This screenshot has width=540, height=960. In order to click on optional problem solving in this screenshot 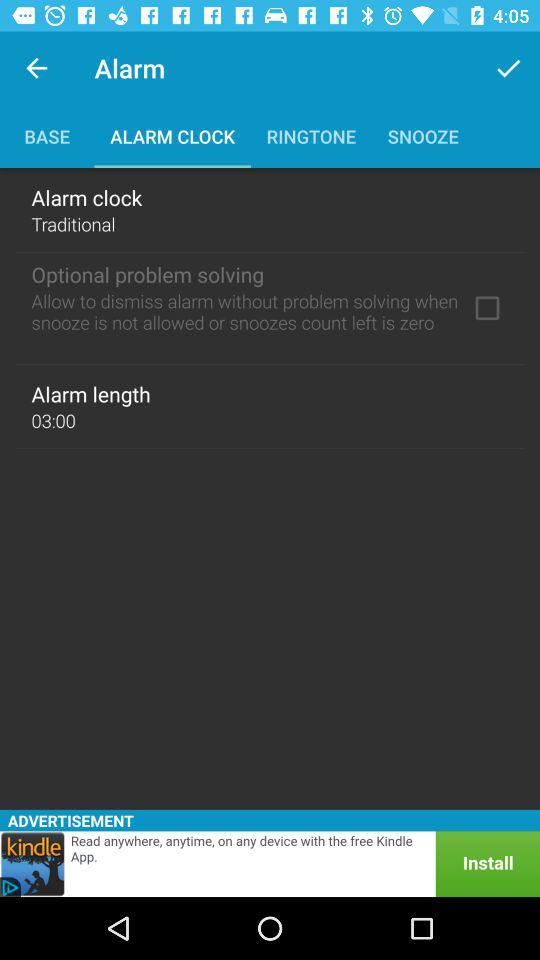, I will do `click(486, 308)`.